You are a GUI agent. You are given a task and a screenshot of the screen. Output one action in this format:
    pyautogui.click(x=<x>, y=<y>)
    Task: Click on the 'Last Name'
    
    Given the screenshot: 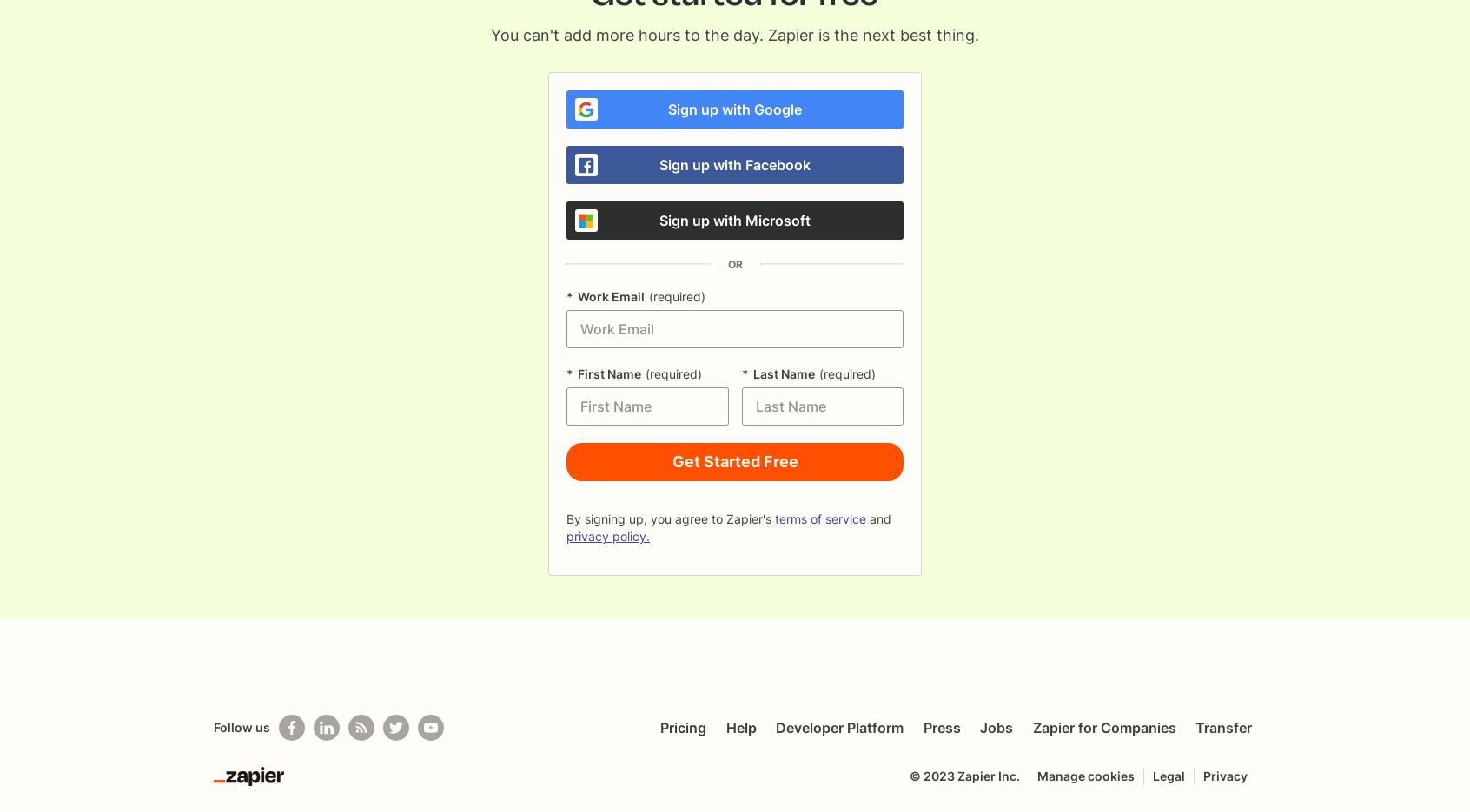 What is the action you would take?
    pyautogui.click(x=782, y=373)
    